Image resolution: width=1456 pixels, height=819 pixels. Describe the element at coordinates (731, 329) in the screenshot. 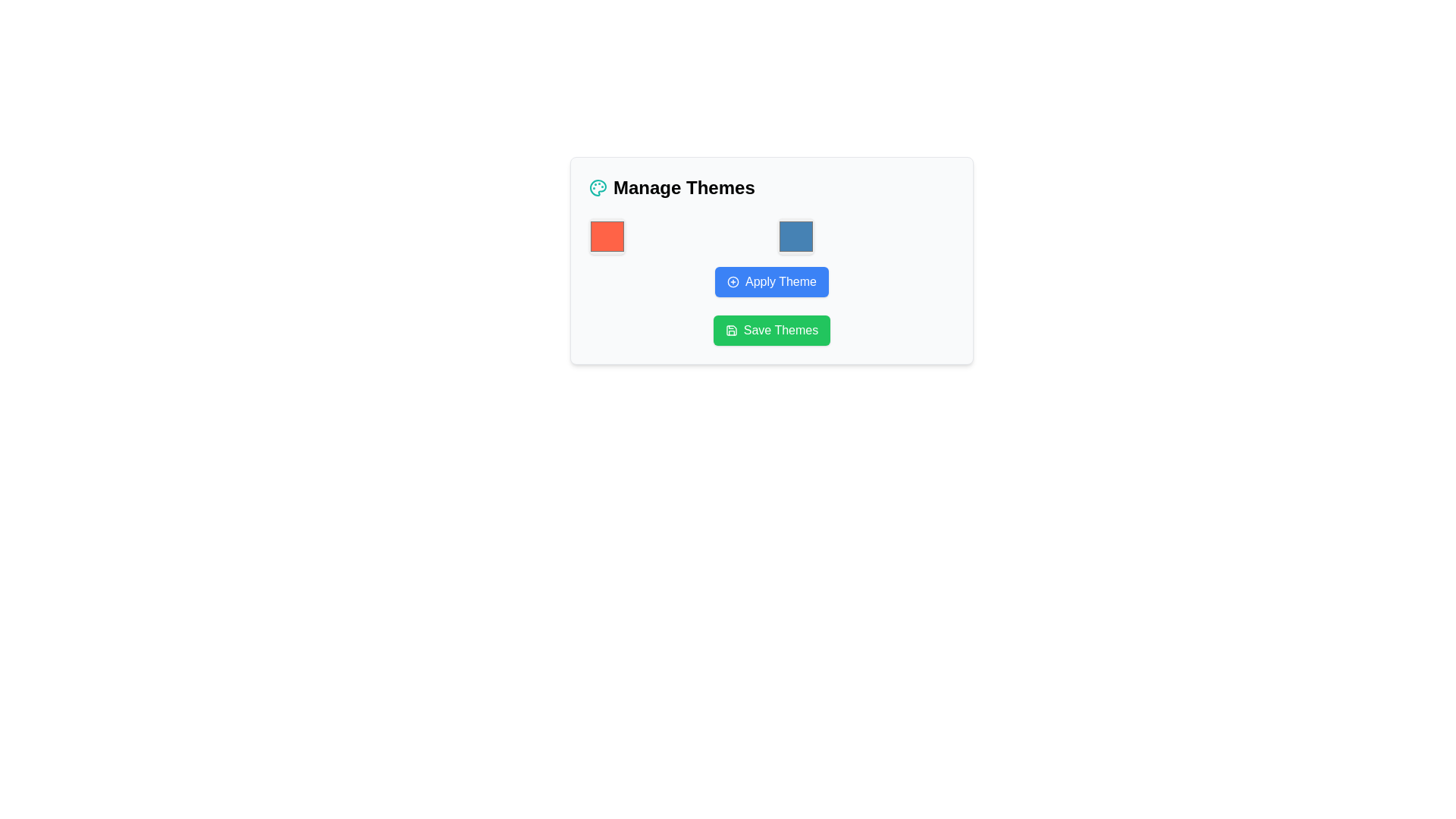

I see `the graphical icon inside the 'Save Themes' button, which indicates its save functionality` at that location.